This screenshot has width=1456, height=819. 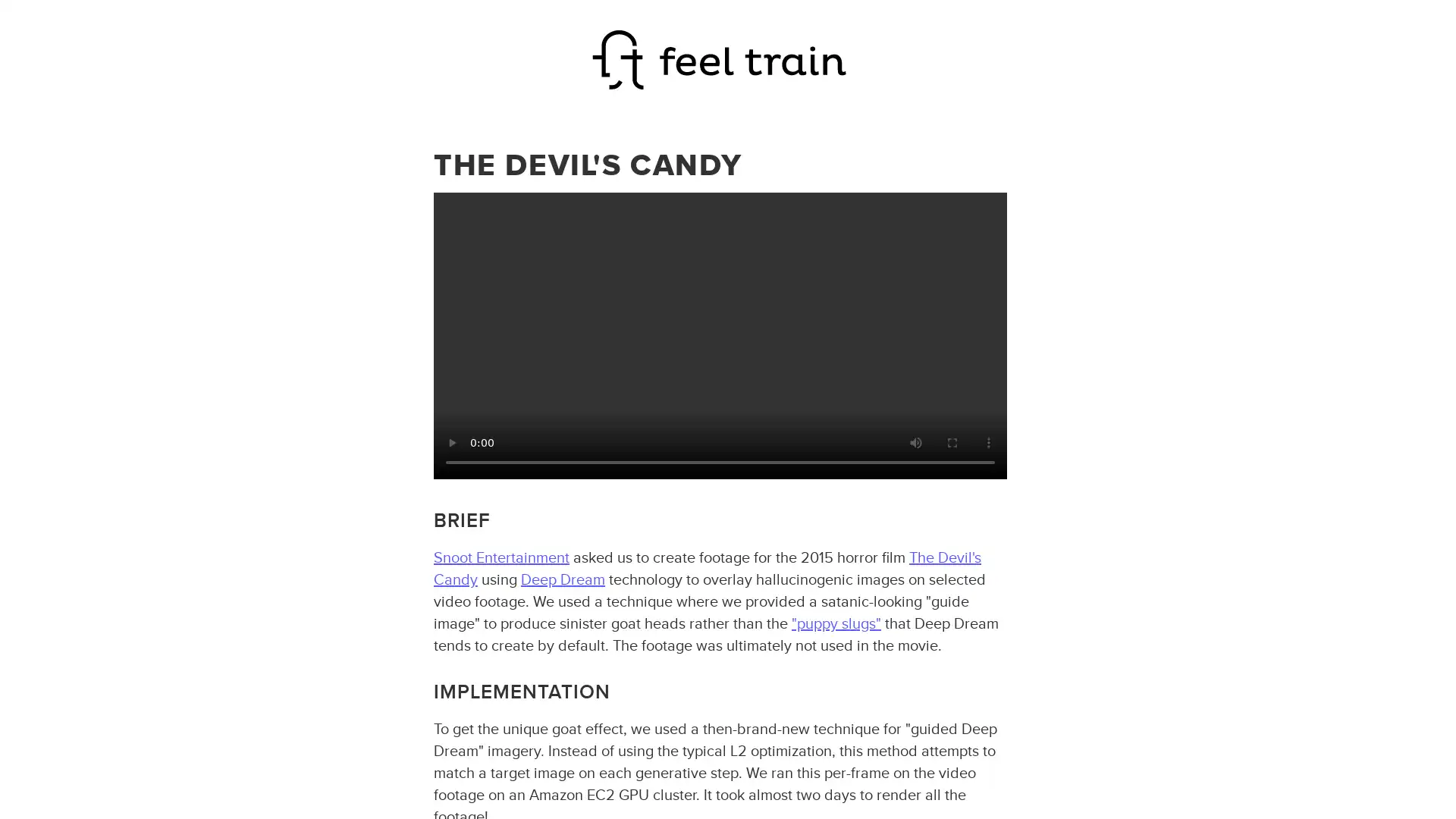 I want to click on play, so click(x=450, y=442).